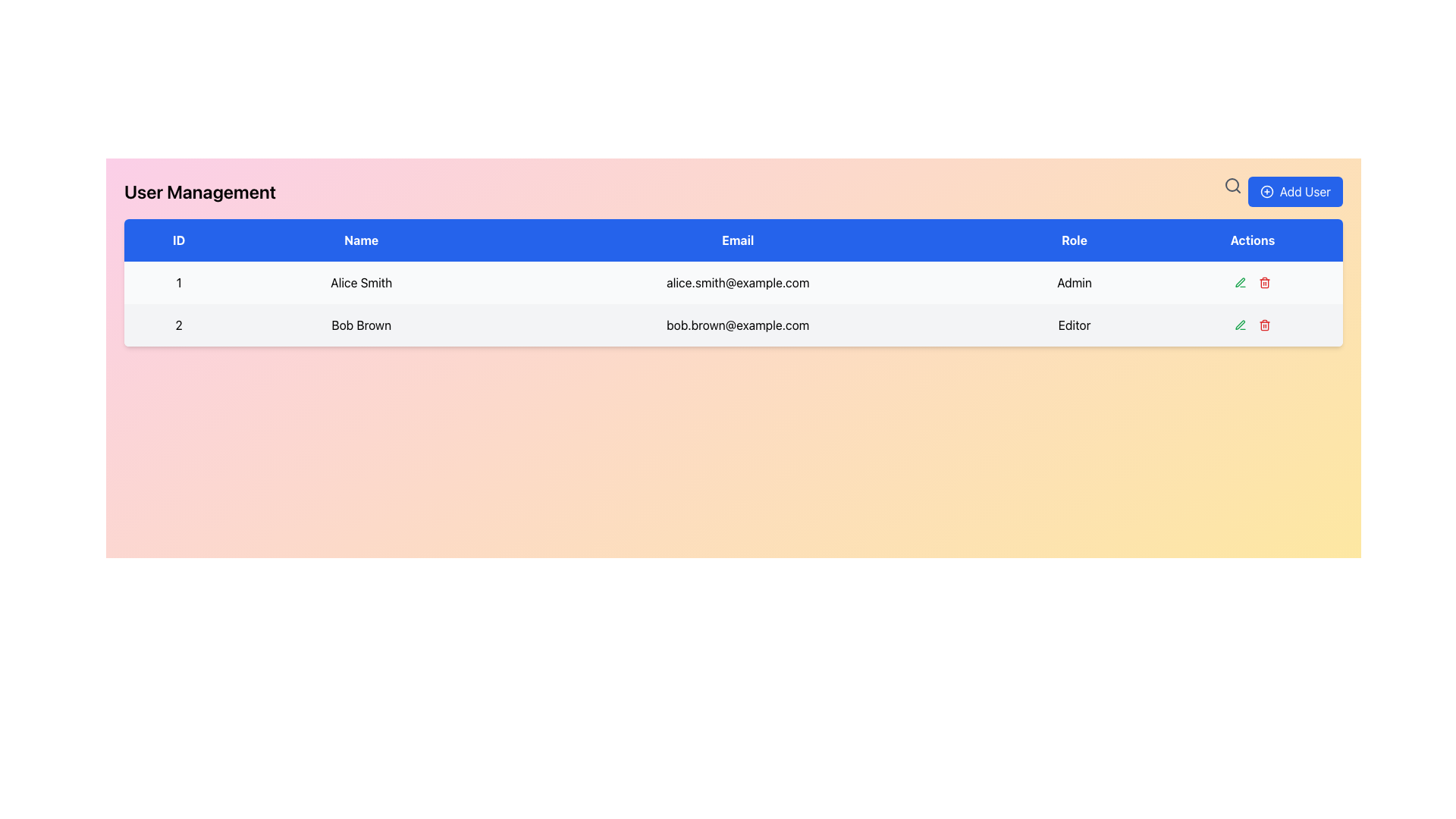 This screenshot has width=1456, height=819. Describe the element at coordinates (1252, 283) in the screenshot. I see `the interactive icons group in the 'Actions' column of the user management table for 'Alice Smith'` at that location.